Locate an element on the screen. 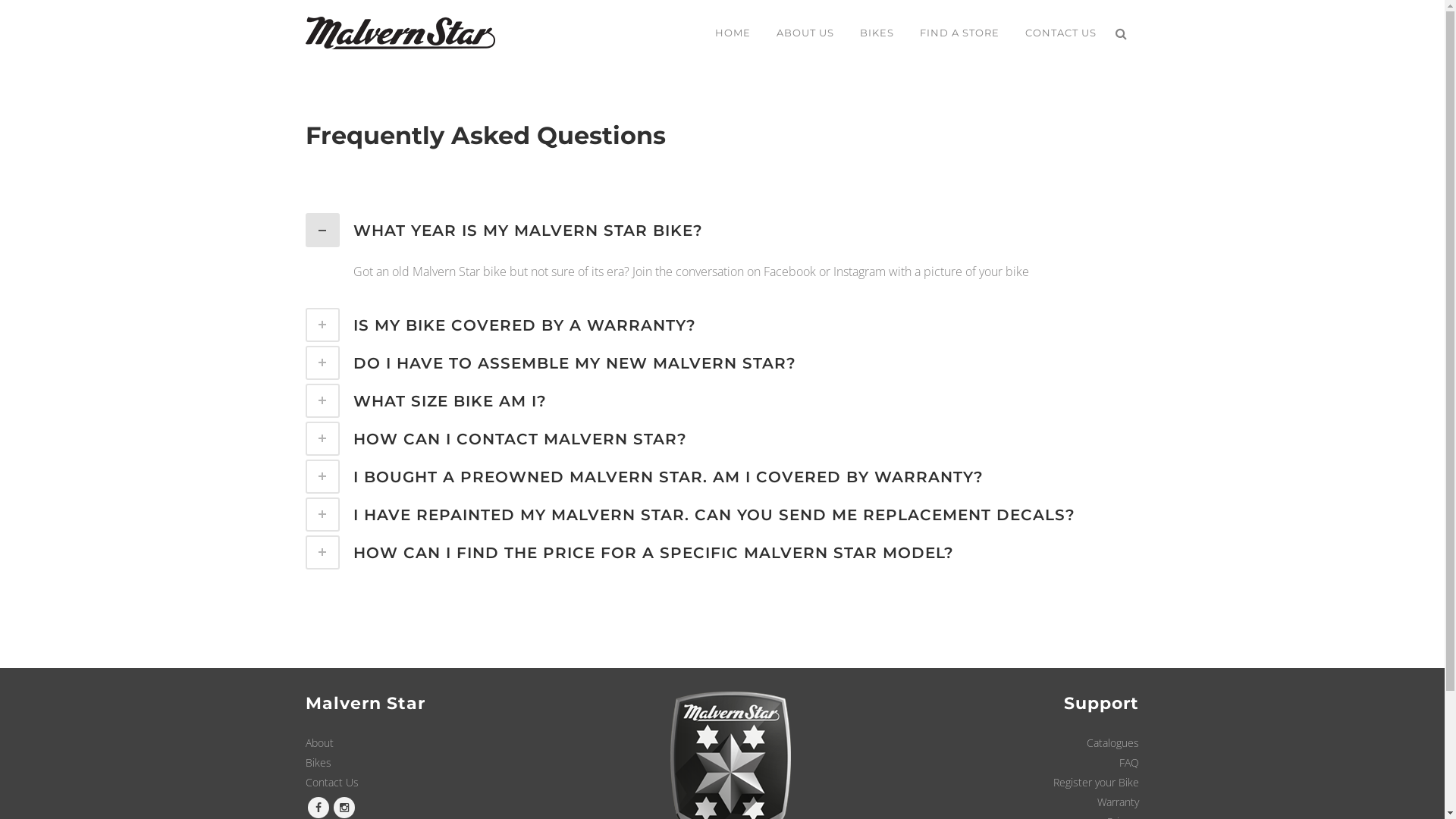 The height and width of the screenshot is (819, 1456). 'CONTACT US' is located at coordinates (1012, 32).